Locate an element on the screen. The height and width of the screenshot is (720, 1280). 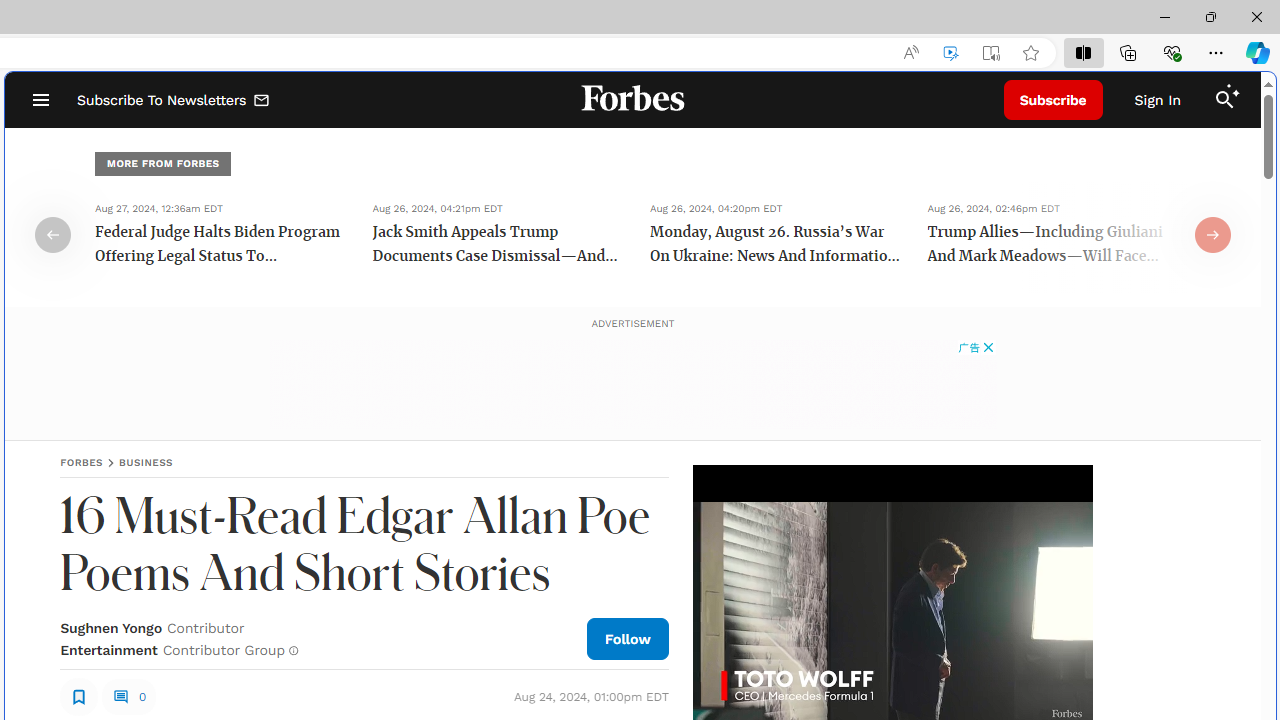
'Open Navigation Menu' is located at coordinates (40, 100).